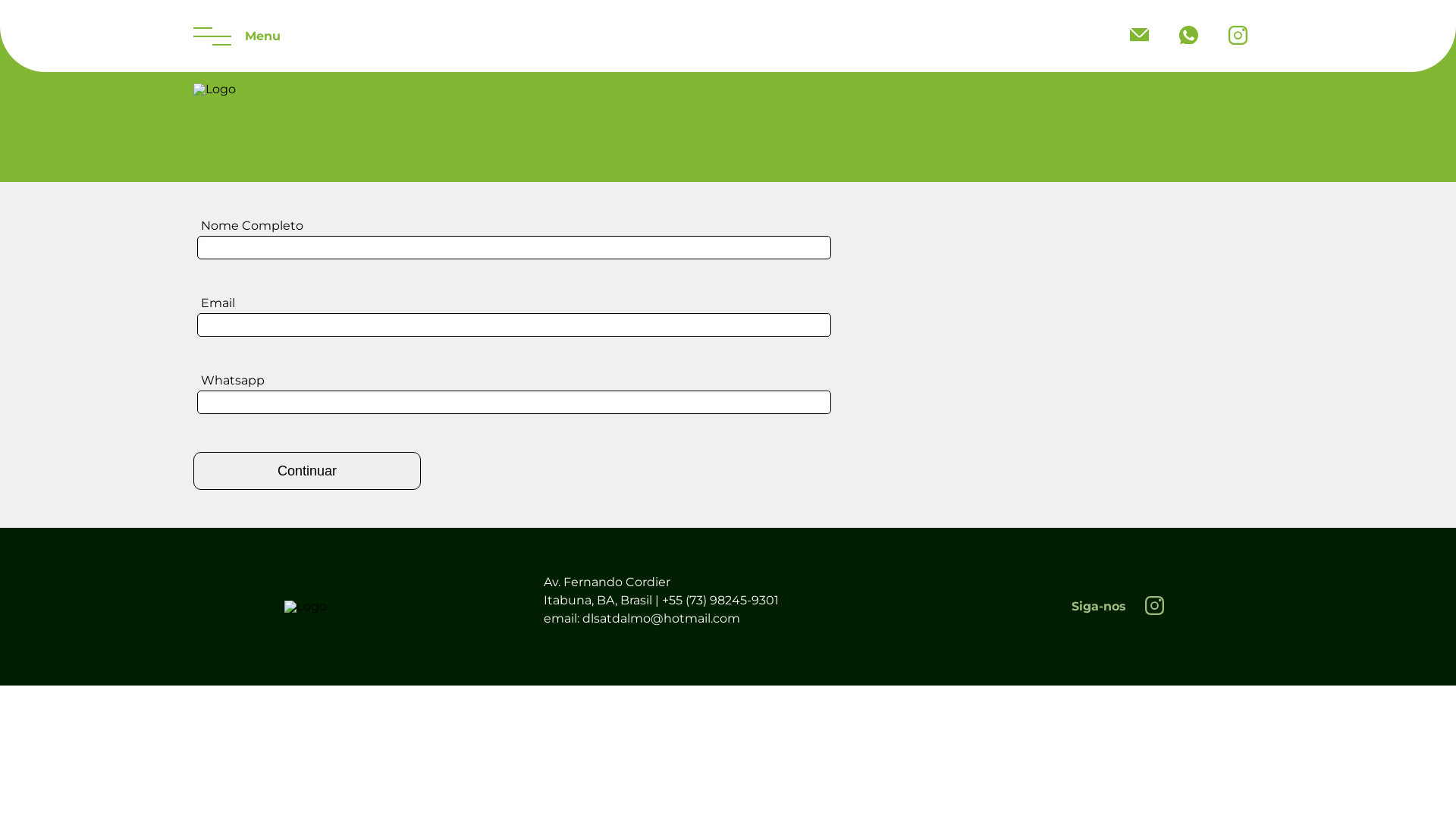 This screenshot has width=1456, height=819. Describe the element at coordinates (1212, 35) in the screenshot. I see `'https://www.instagram.com/'` at that location.